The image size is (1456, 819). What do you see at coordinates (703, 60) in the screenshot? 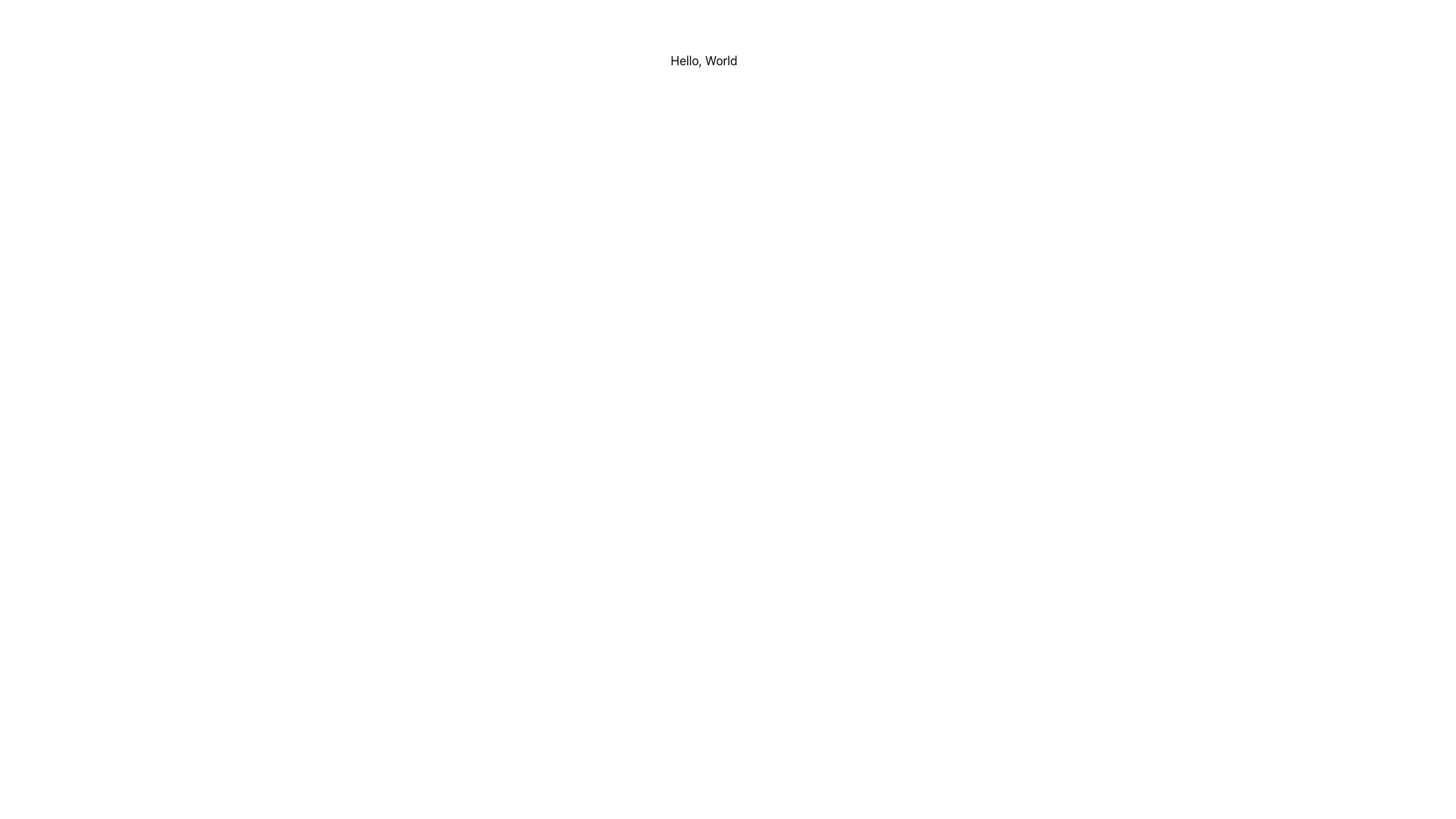
I see `the static text element displaying 'Hello, World', which is prominently located near the top of the layout` at bounding box center [703, 60].